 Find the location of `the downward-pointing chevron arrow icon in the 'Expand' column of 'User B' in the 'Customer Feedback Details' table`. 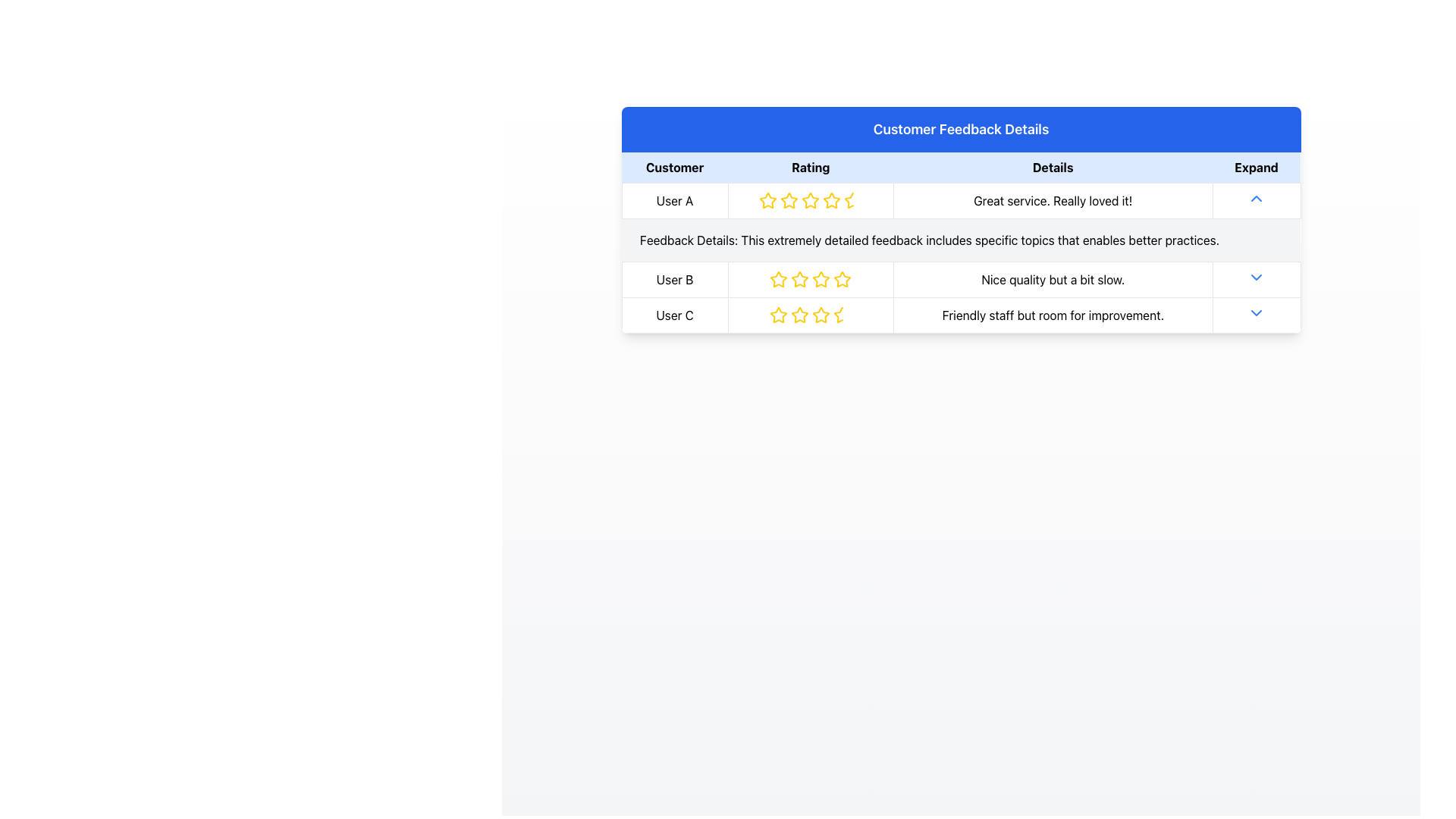

the downward-pointing chevron arrow icon in the 'Expand' column of 'User B' in the 'Customer Feedback Details' table is located at coordinates (1257, 278).